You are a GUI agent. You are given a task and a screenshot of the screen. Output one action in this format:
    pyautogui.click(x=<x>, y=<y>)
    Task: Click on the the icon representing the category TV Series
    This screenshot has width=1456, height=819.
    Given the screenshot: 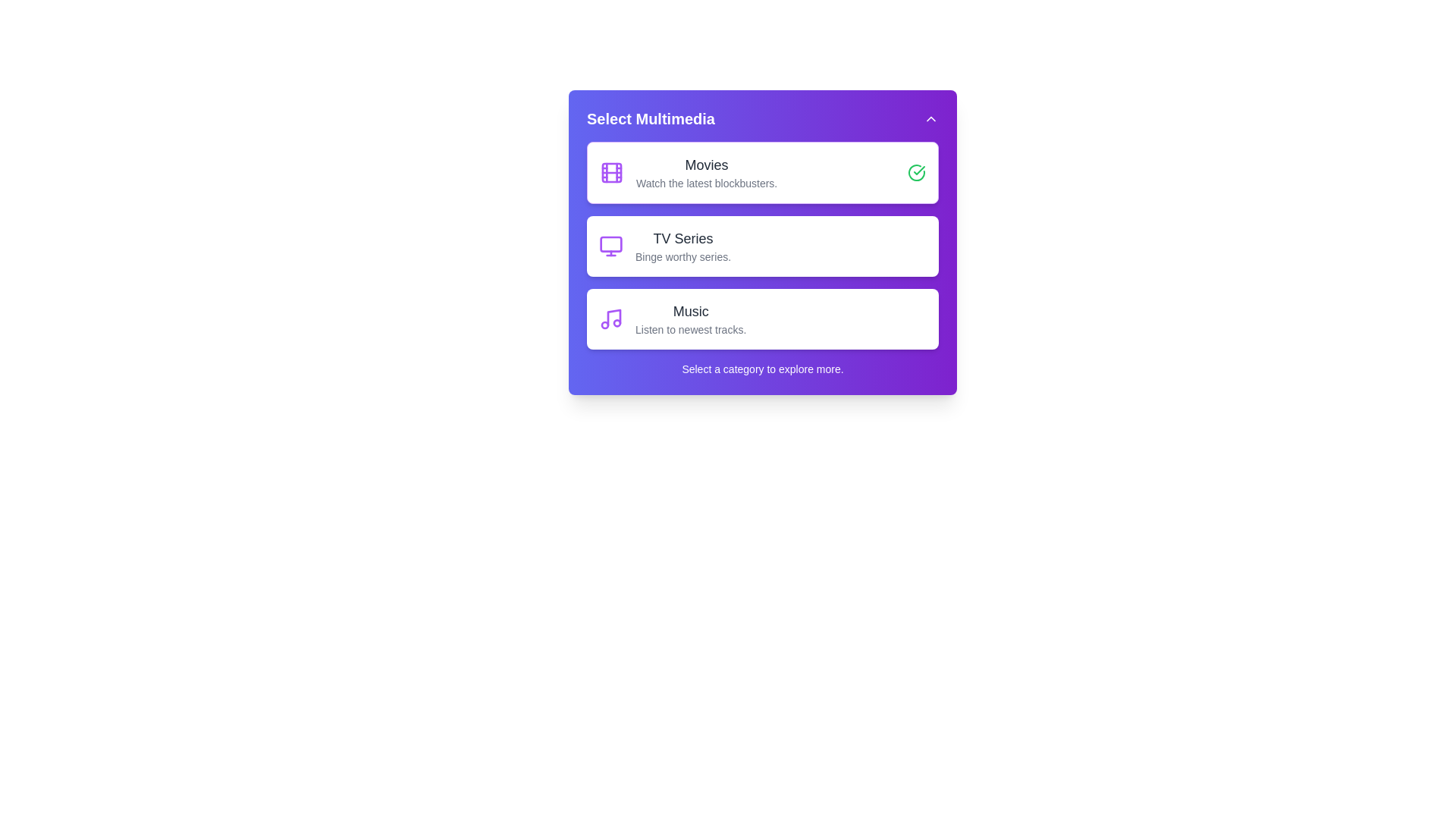 What is the action you would take?
    pyautogui.click(x=611, y=245)
    